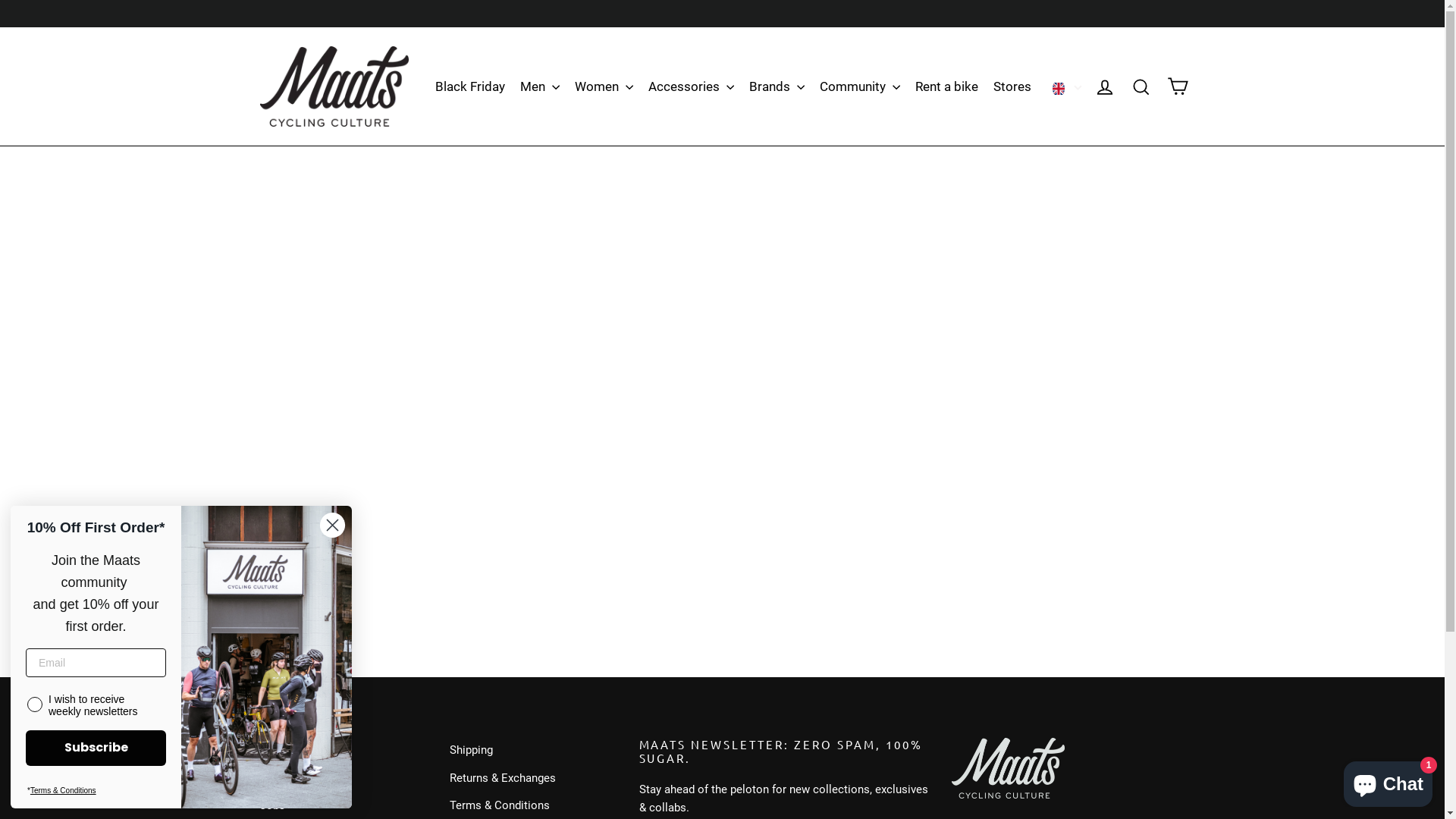 Image resolution: width=1456 pixels, height=819 pixels. What do you see at coordinates (259, 804) in the screenshot?
I see `'Jobs'` at bounding box center [259, 804].